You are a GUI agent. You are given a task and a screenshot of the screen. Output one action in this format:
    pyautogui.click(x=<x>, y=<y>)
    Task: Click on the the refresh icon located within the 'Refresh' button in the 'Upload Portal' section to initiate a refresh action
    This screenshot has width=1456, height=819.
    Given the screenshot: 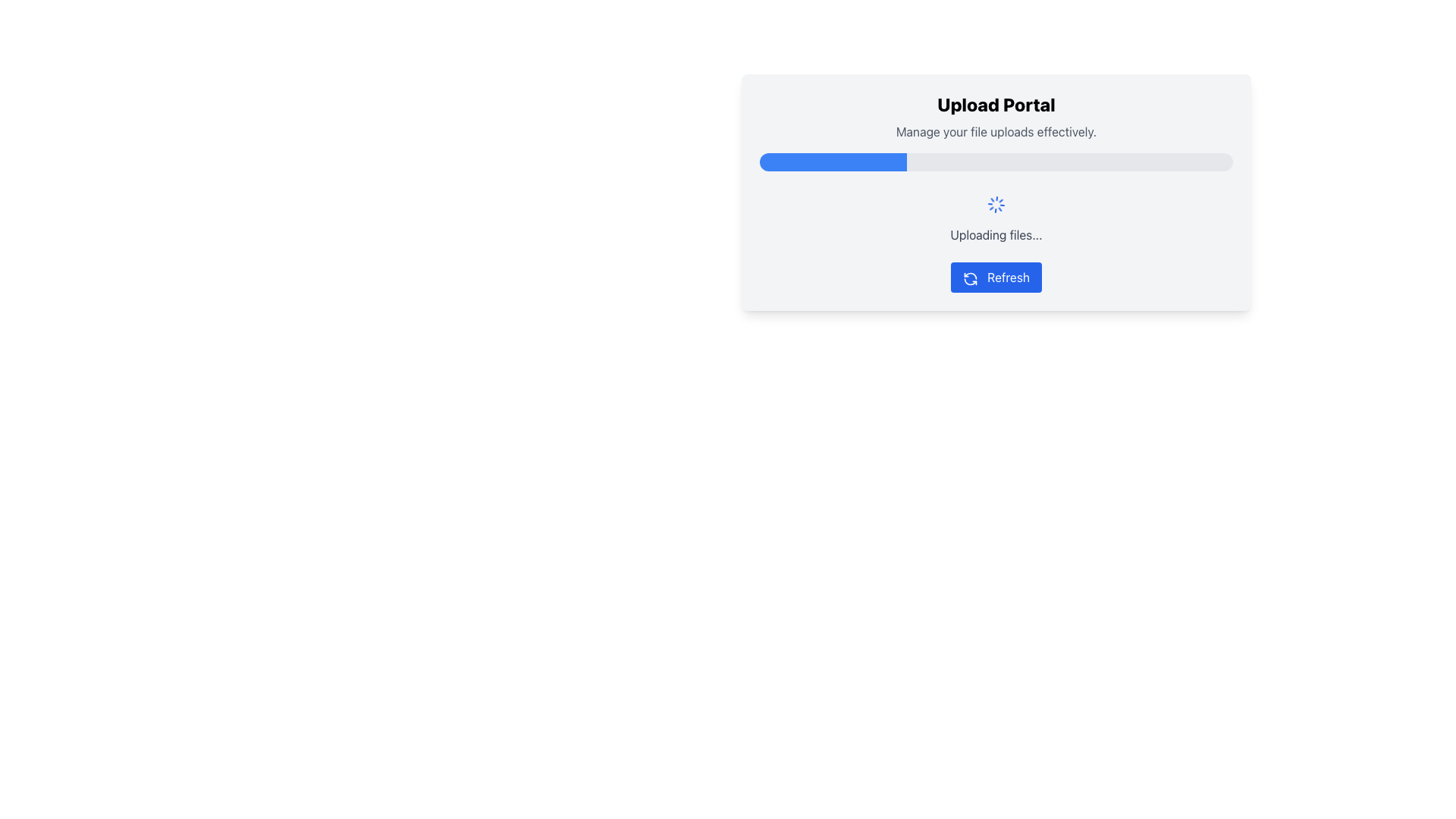 What is the action you would take?
    pyautogui.click(x=971, y=278)
    